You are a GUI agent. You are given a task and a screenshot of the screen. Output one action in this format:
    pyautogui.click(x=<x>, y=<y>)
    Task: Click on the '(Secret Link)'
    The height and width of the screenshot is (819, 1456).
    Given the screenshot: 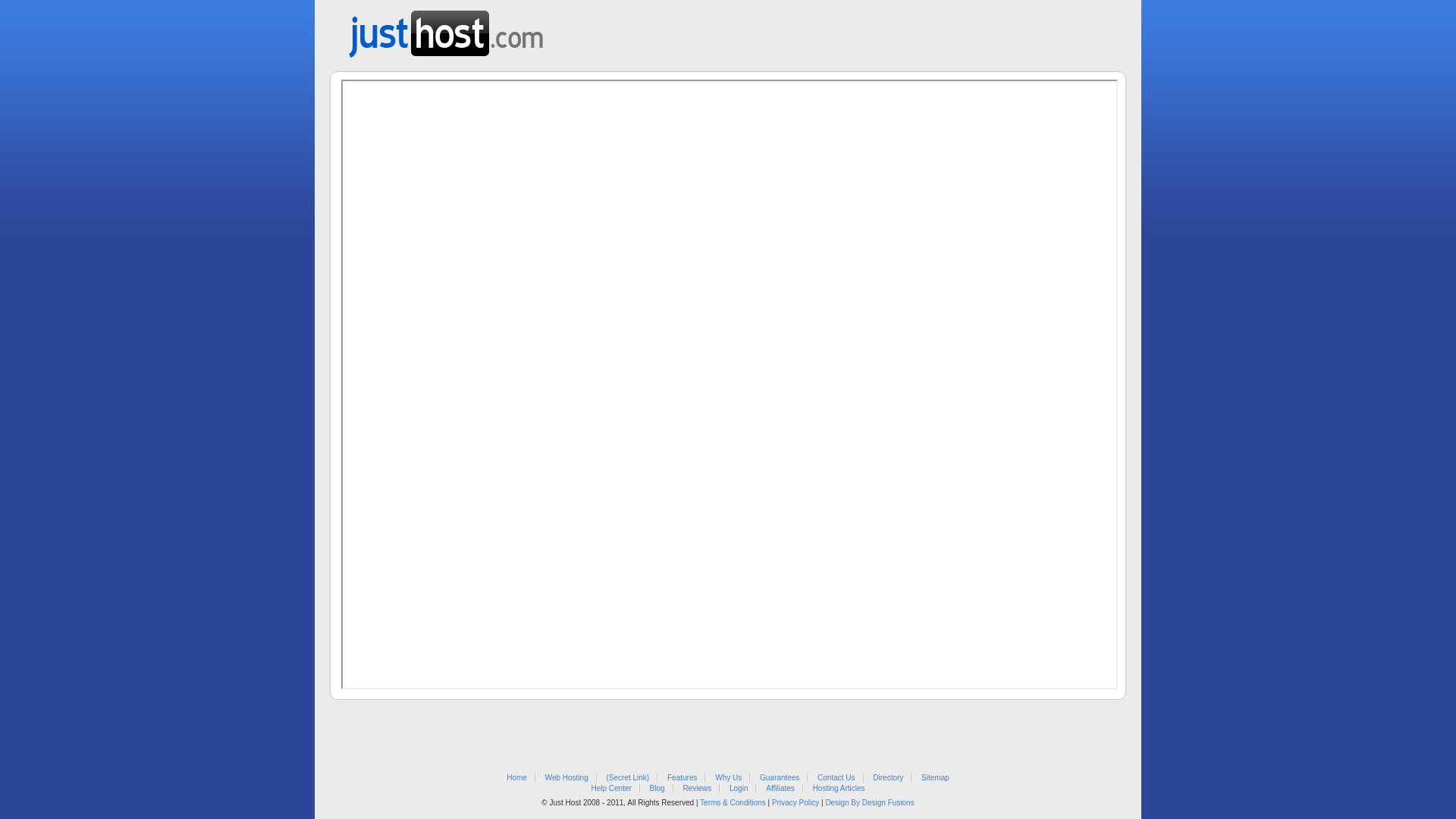 What is the action you would take?
    pyautogui.click(x=607, y=777)
    